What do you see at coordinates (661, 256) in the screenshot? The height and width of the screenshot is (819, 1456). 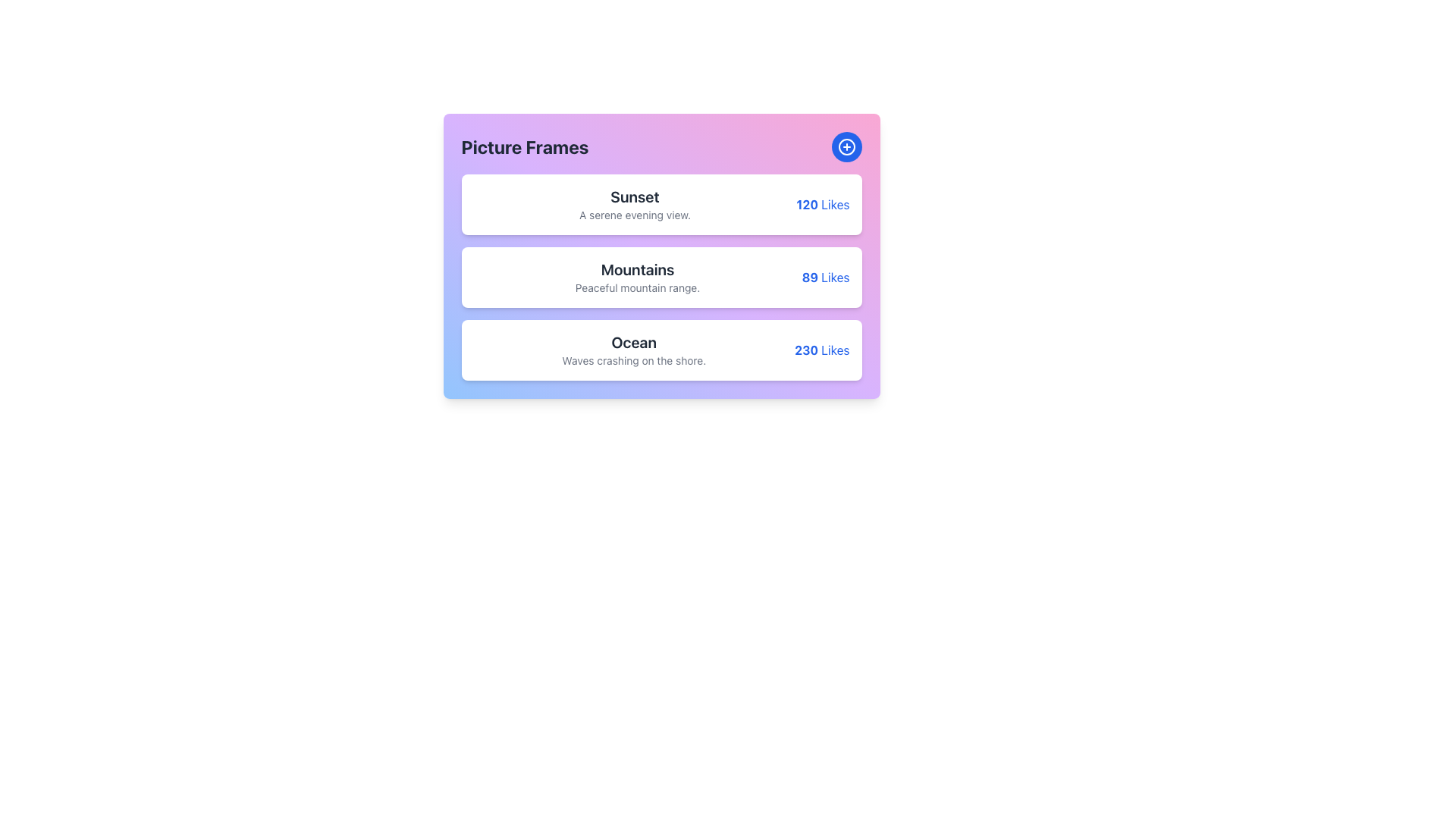 I see `the card titled 'Mountains'` at bounding box center [661, 256].